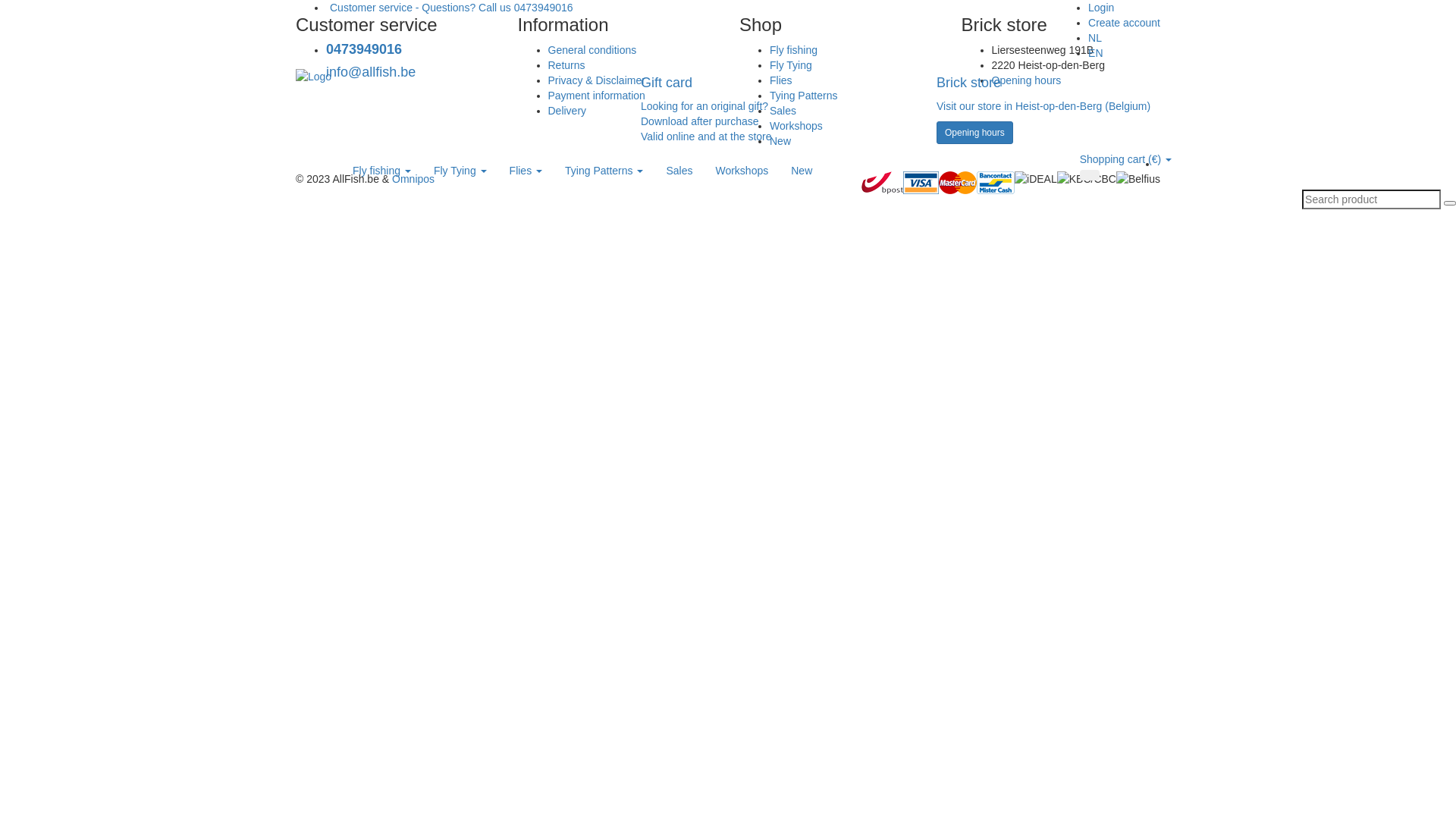  Describe the element at coordinates (800, 170) in the screenshot. I see `'New'` at that location.